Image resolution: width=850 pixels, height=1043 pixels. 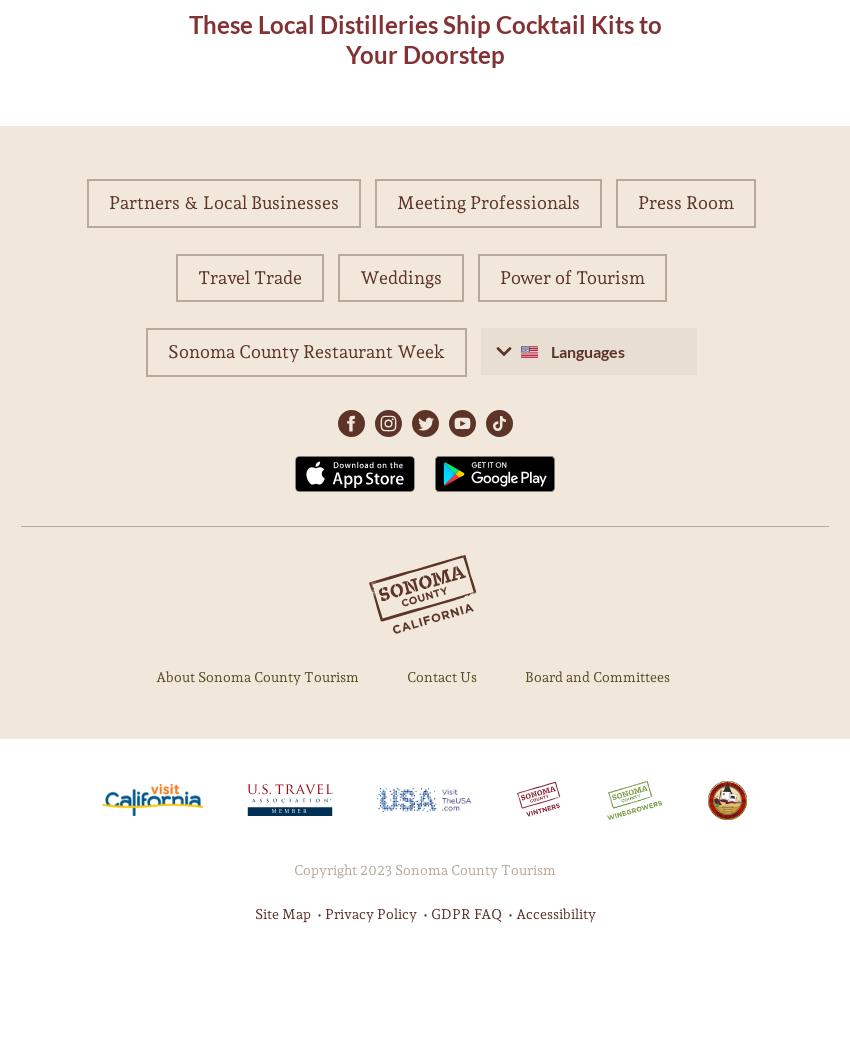 What do you see at coordinates (369, 912) in the screenshot?
I see `'Privacy Policy'` at bounding box center [369, 912].